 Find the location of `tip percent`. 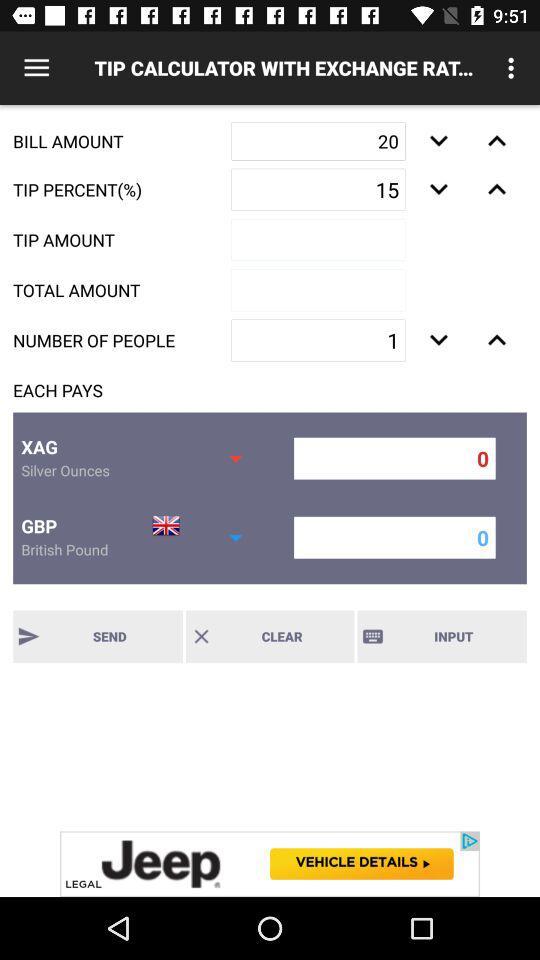

tip percent is located at coordinates (496, 189).